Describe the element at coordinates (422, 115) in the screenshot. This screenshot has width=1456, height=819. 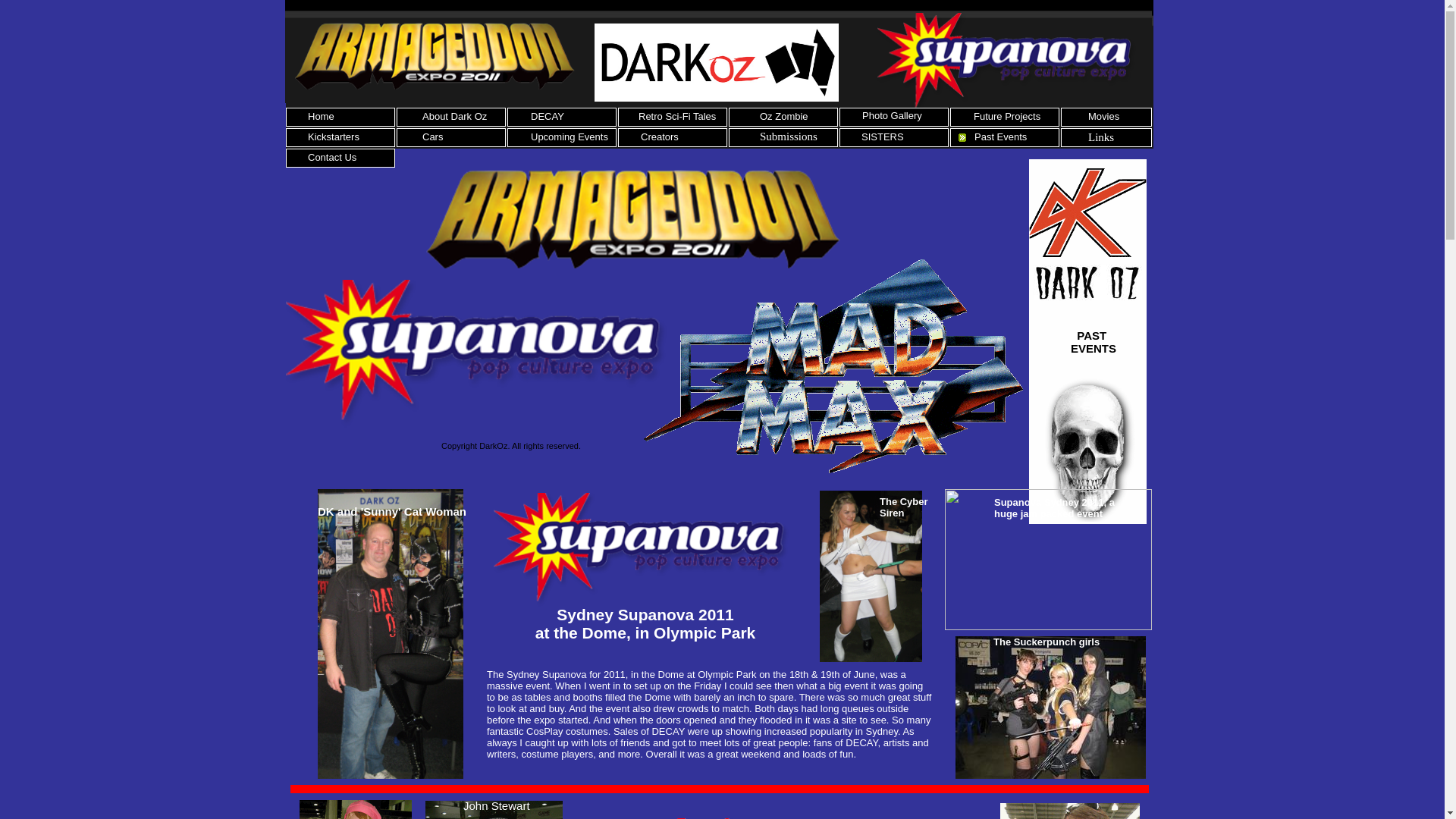
I see `'About Dark Oz'` at that location.